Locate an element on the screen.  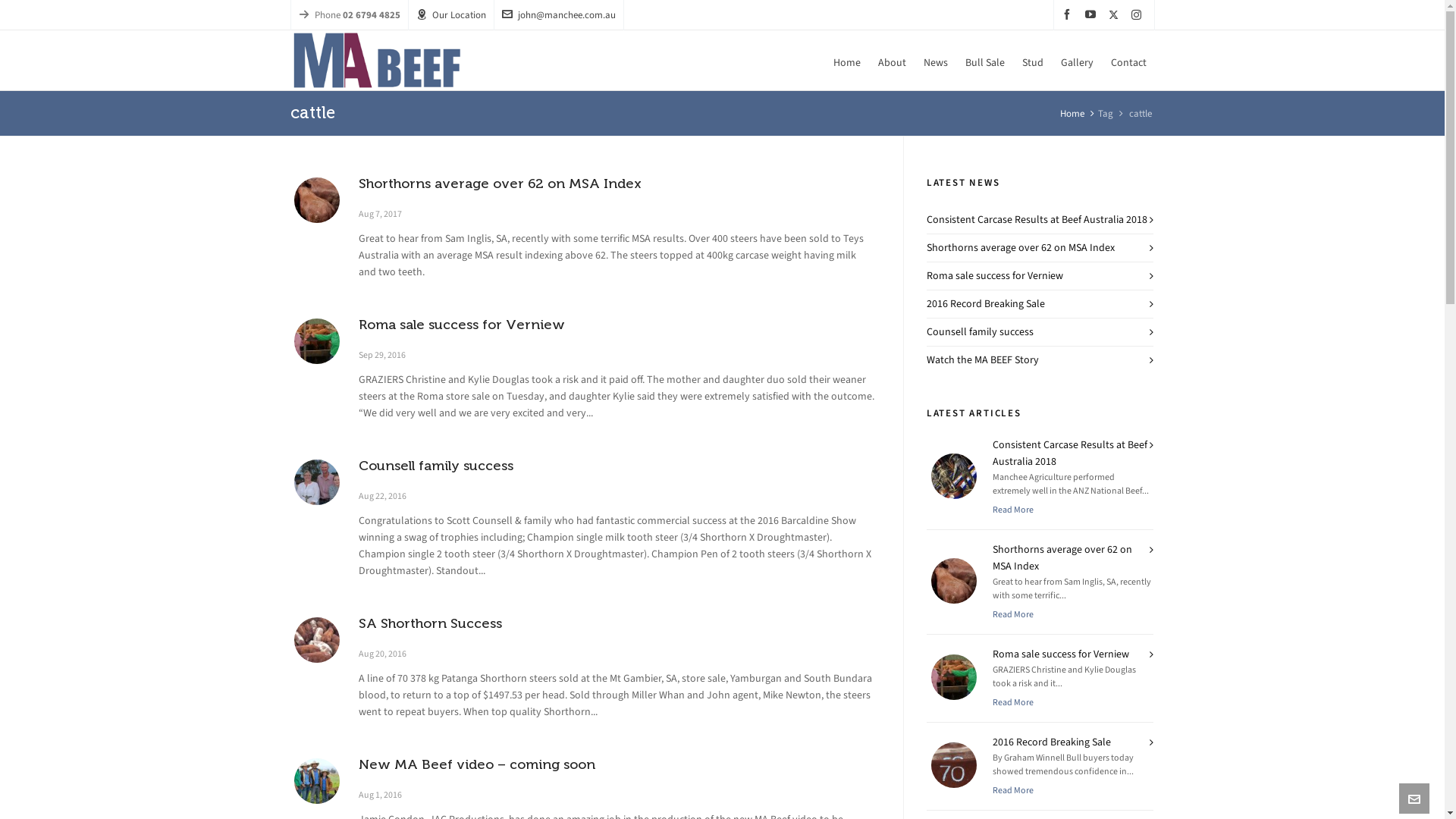
'Read More' is located at coordinates (993, 509).